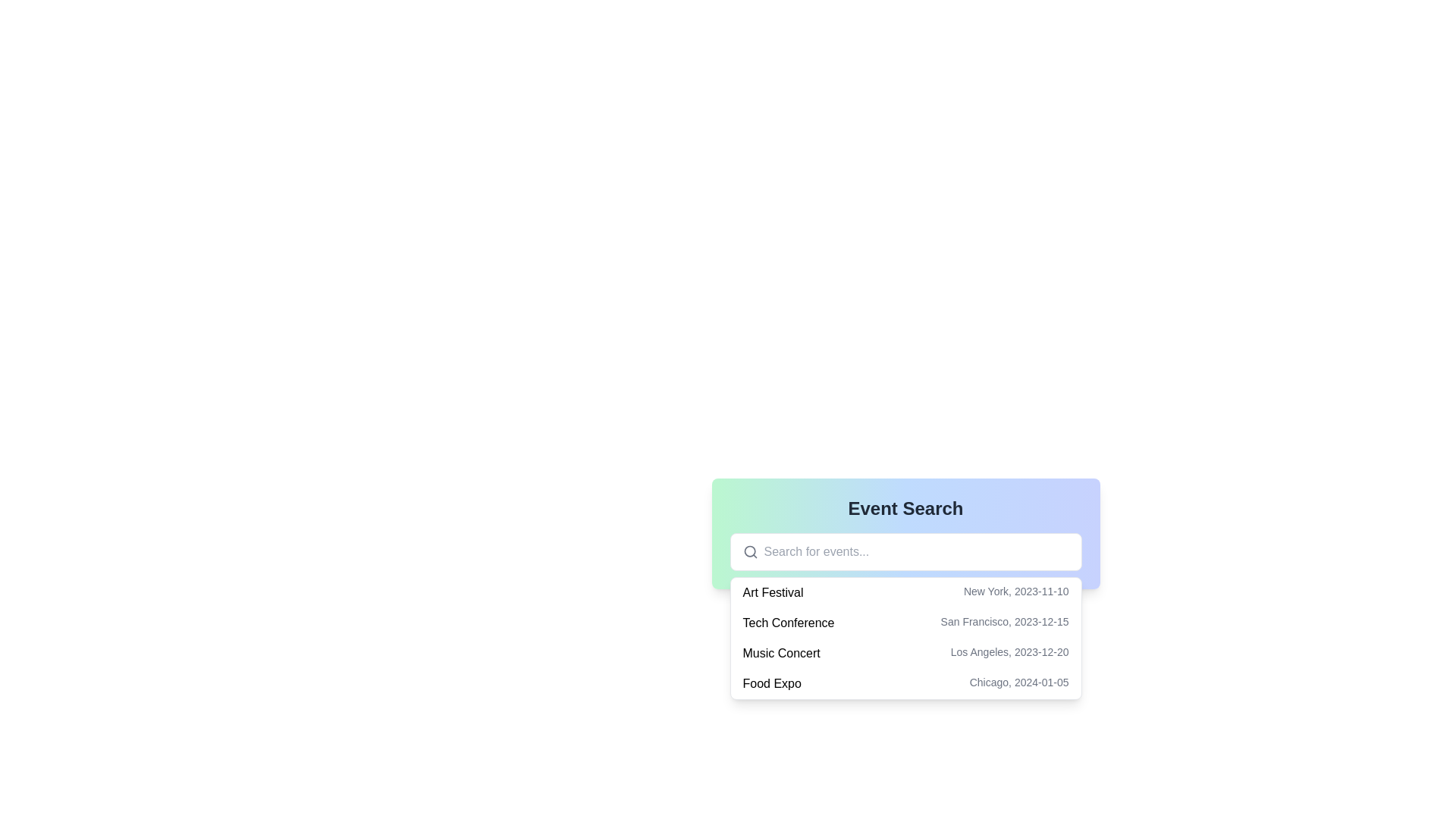 The height and width of the screenshot is (819, 1456). Describe the element at coordinates (905, 652) in the screenshot. I see `the list item for the 'Music Concert' event scheduled in 'Los Angeles' on '2023-12-20', which is the third item in a vertical list within a menu or dropdown interface` at that location.